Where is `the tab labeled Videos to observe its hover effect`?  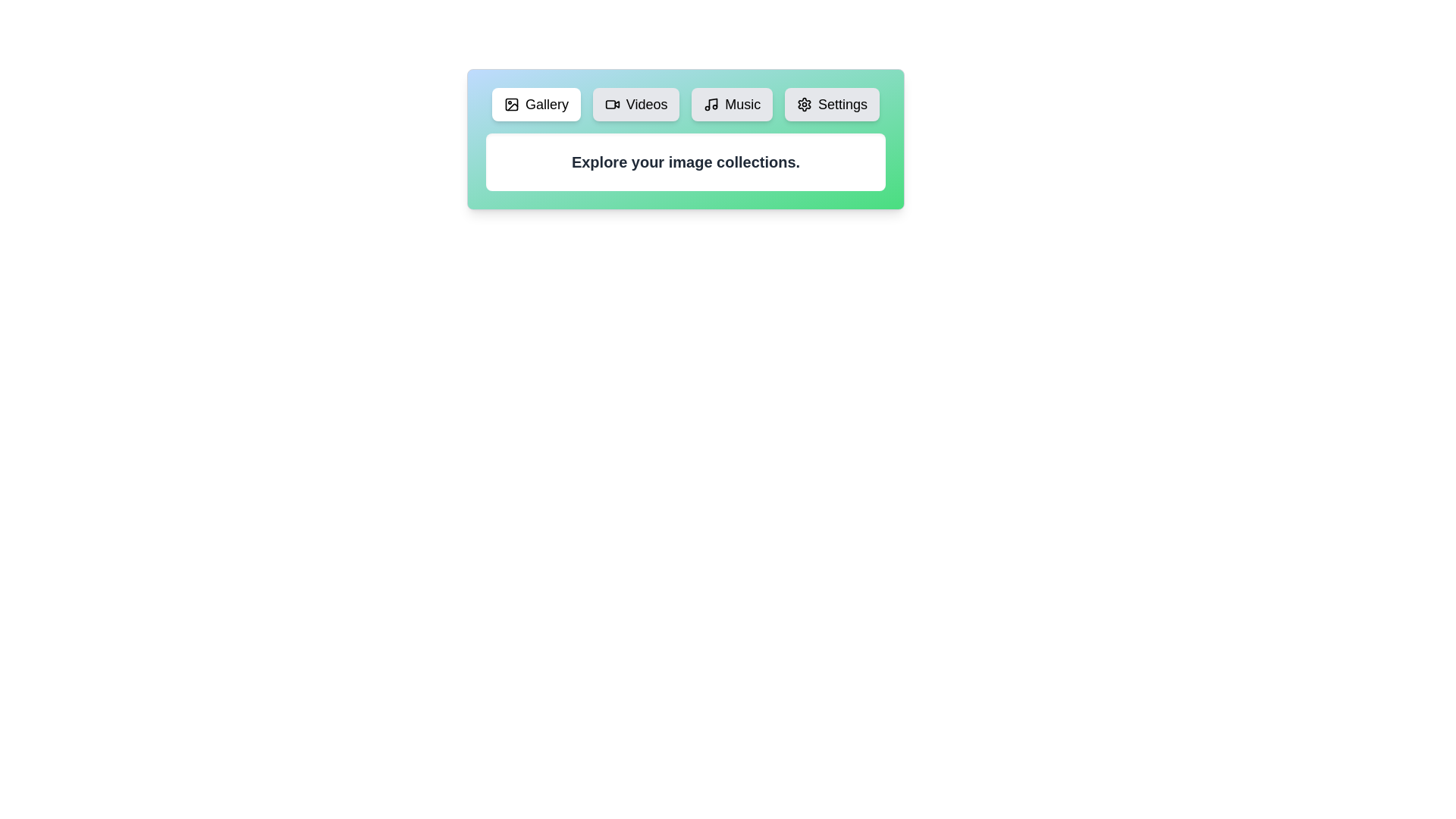 the tab labeled Videos to observe its hover effect is located at coordinates (636, 104).